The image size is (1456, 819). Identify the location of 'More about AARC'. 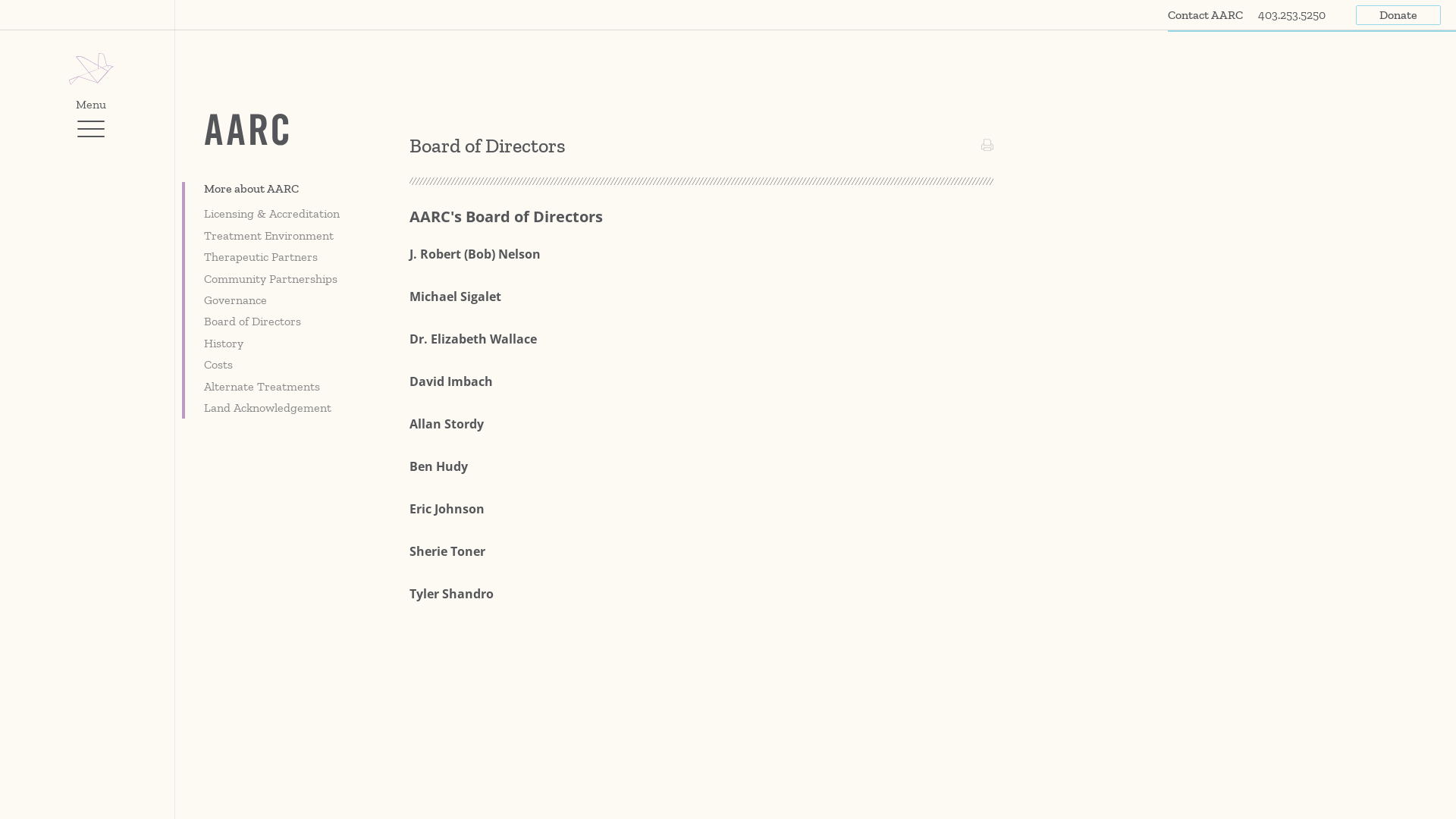
(284, 190).